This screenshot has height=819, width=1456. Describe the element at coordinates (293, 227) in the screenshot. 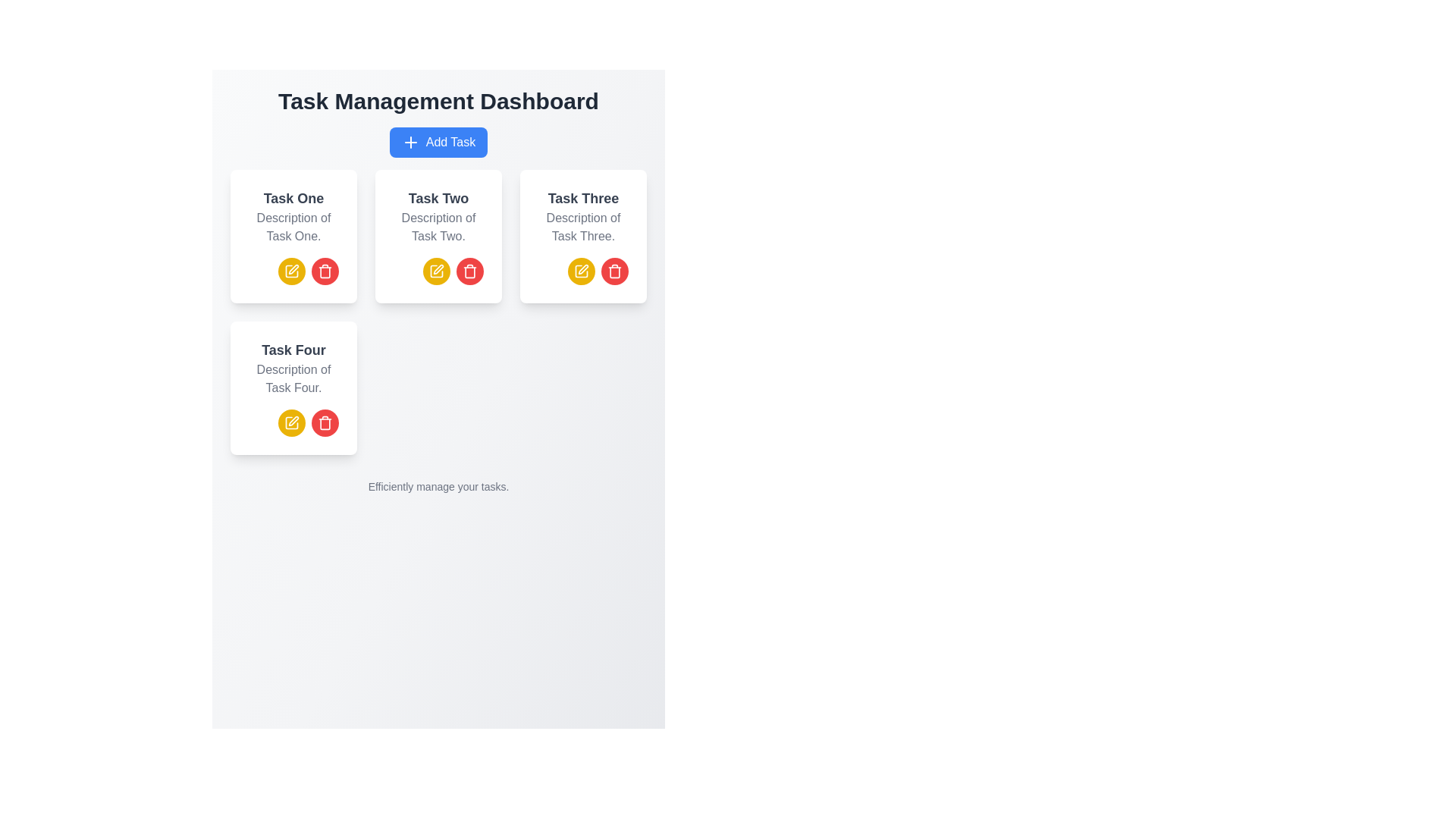

I see `the descriptive text display for 'Task One' located in the 'Task Management Dashboard', which is situated within a card structure beneath the title and above action buttons` at that location.